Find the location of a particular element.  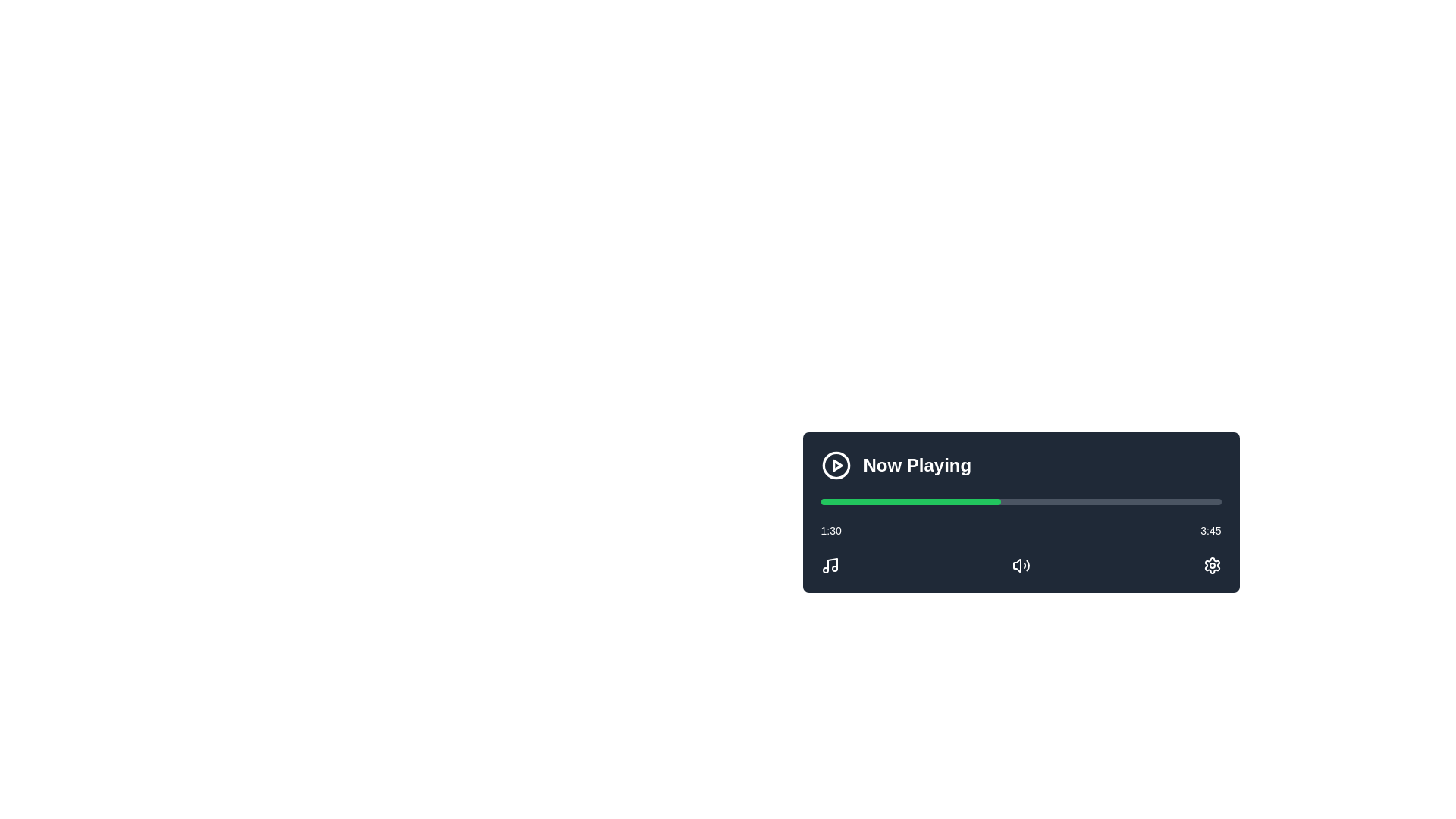

the timestamp displayed in the 'Now Playing' card to jump to the corresponding playback time is located at coordinates (1021, 529).